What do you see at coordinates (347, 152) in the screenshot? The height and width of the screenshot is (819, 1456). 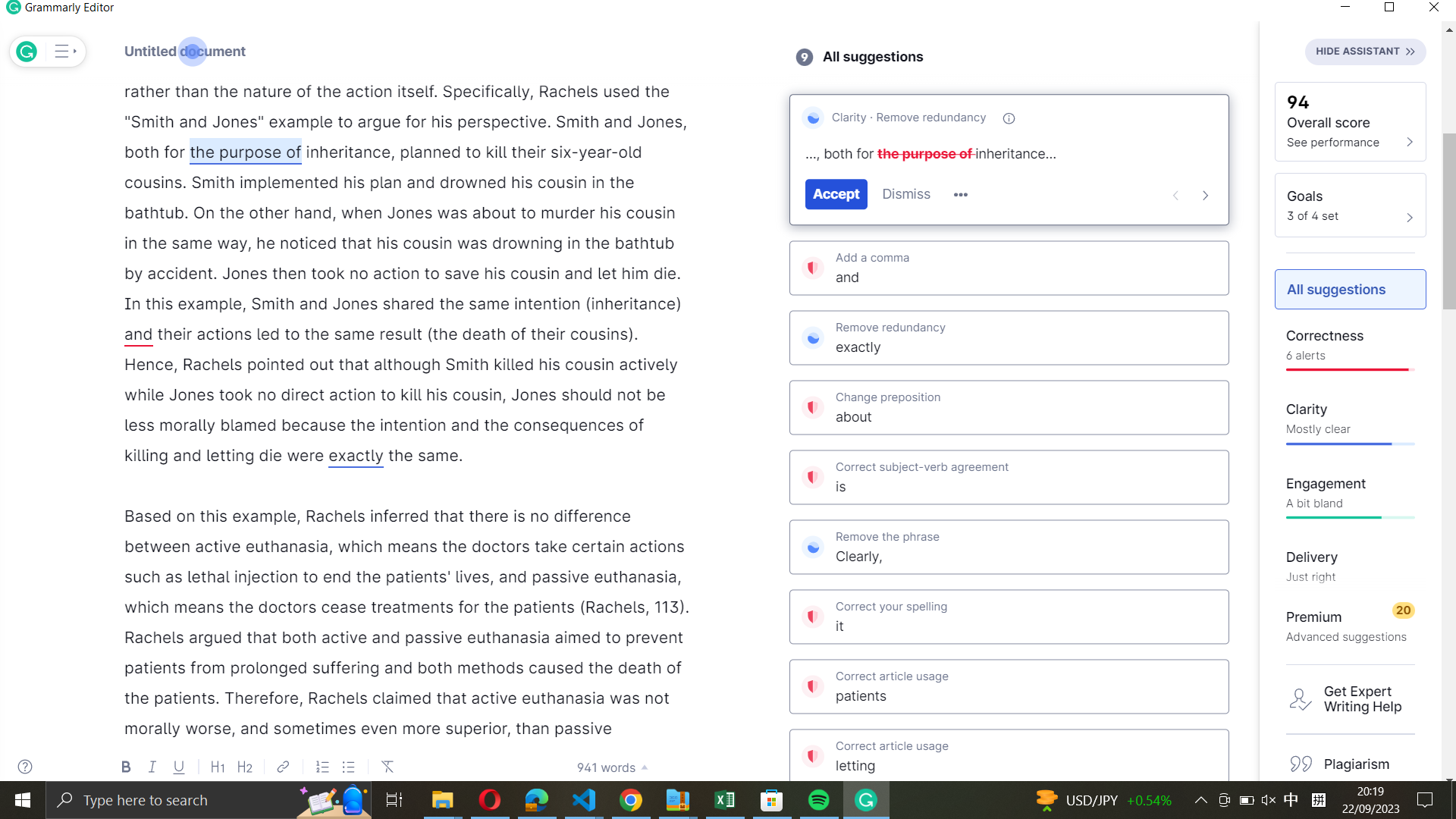 I see `italic styling to text` at bounding box center [347, 152].